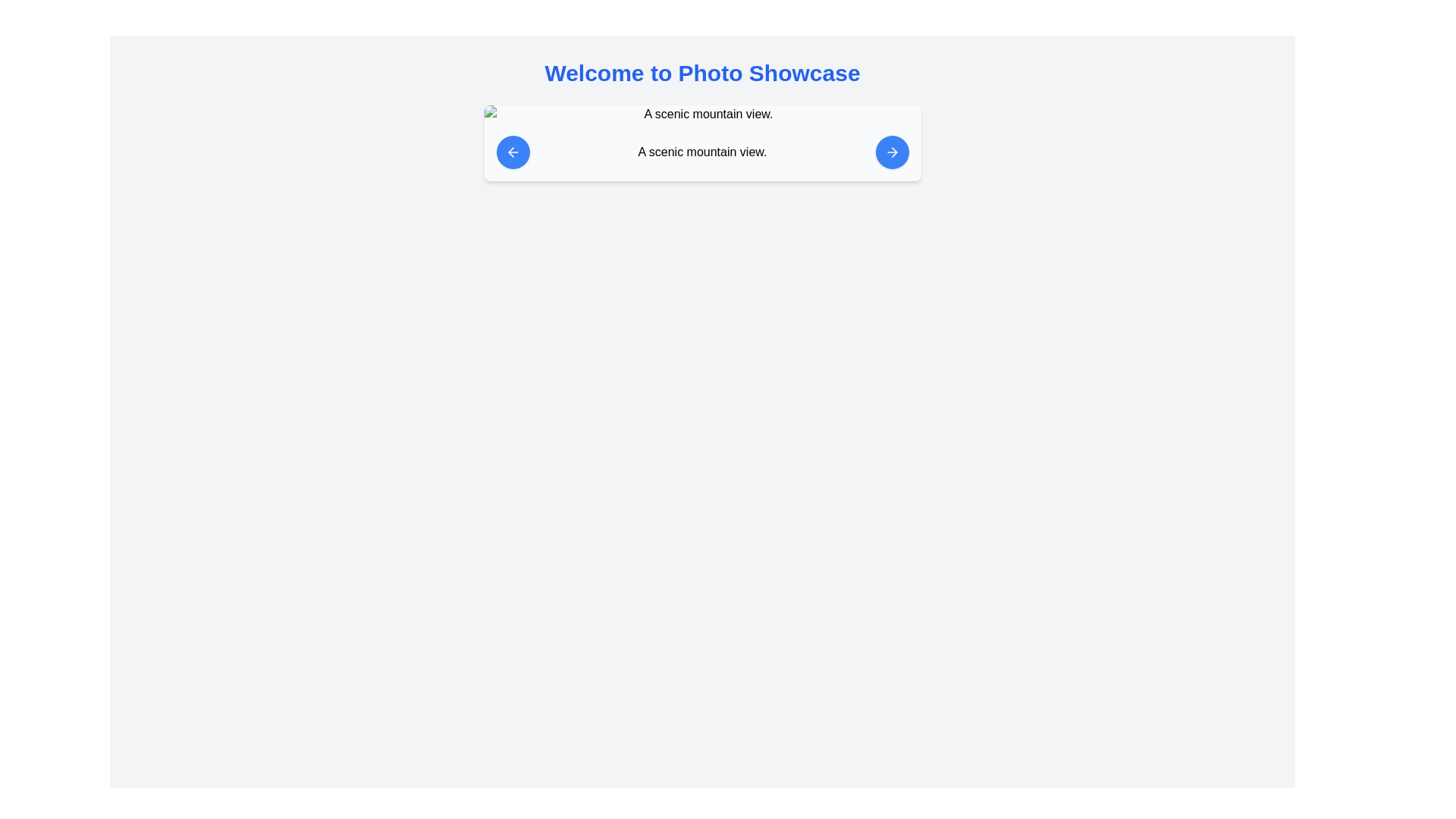 The image size is (1456, 819). Describe the element at coordinates (701, 113) in the screenshot. I see `or identify the image placeholder with rounded corners and a gray outline, which has the alternate text 'A scenic mountain view.'` at that location.